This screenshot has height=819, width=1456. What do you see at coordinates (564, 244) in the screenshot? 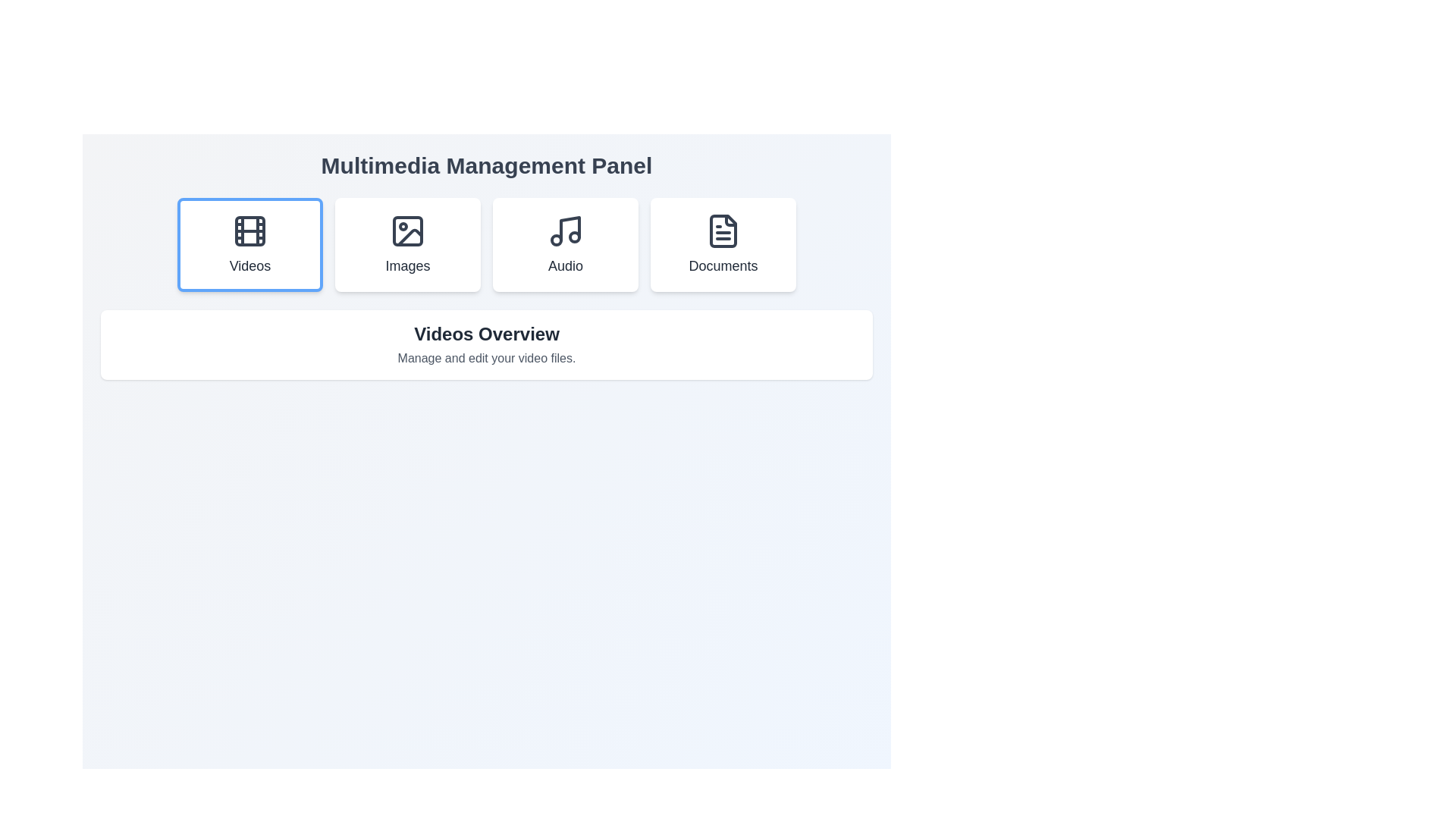
I see `the 'Audio' button card, which is the third card in a row of four, featuring a musical note icon and bold text label 'Audio'` at bounding box center [564, 244].